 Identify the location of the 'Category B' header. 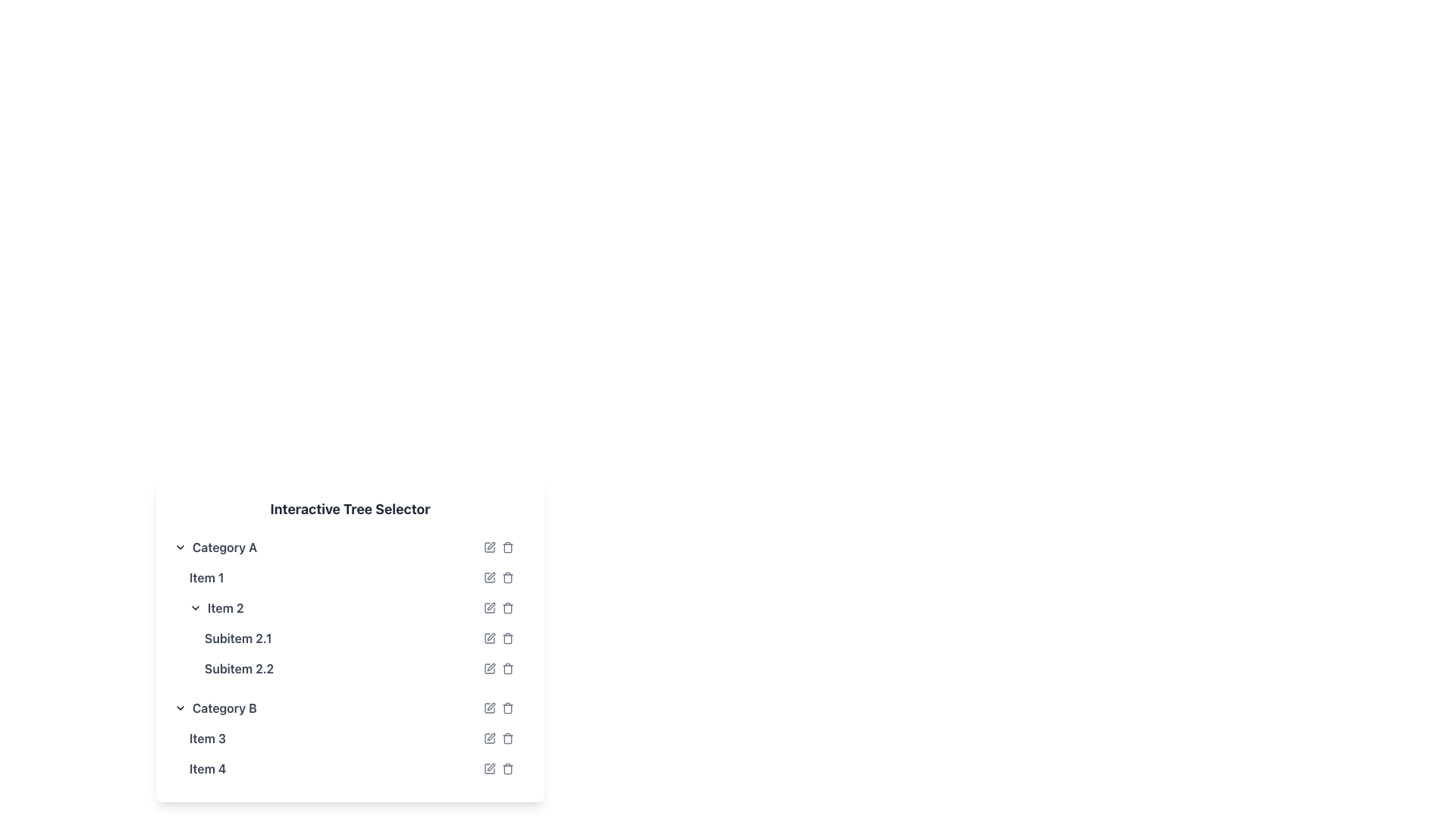
(215, 708).